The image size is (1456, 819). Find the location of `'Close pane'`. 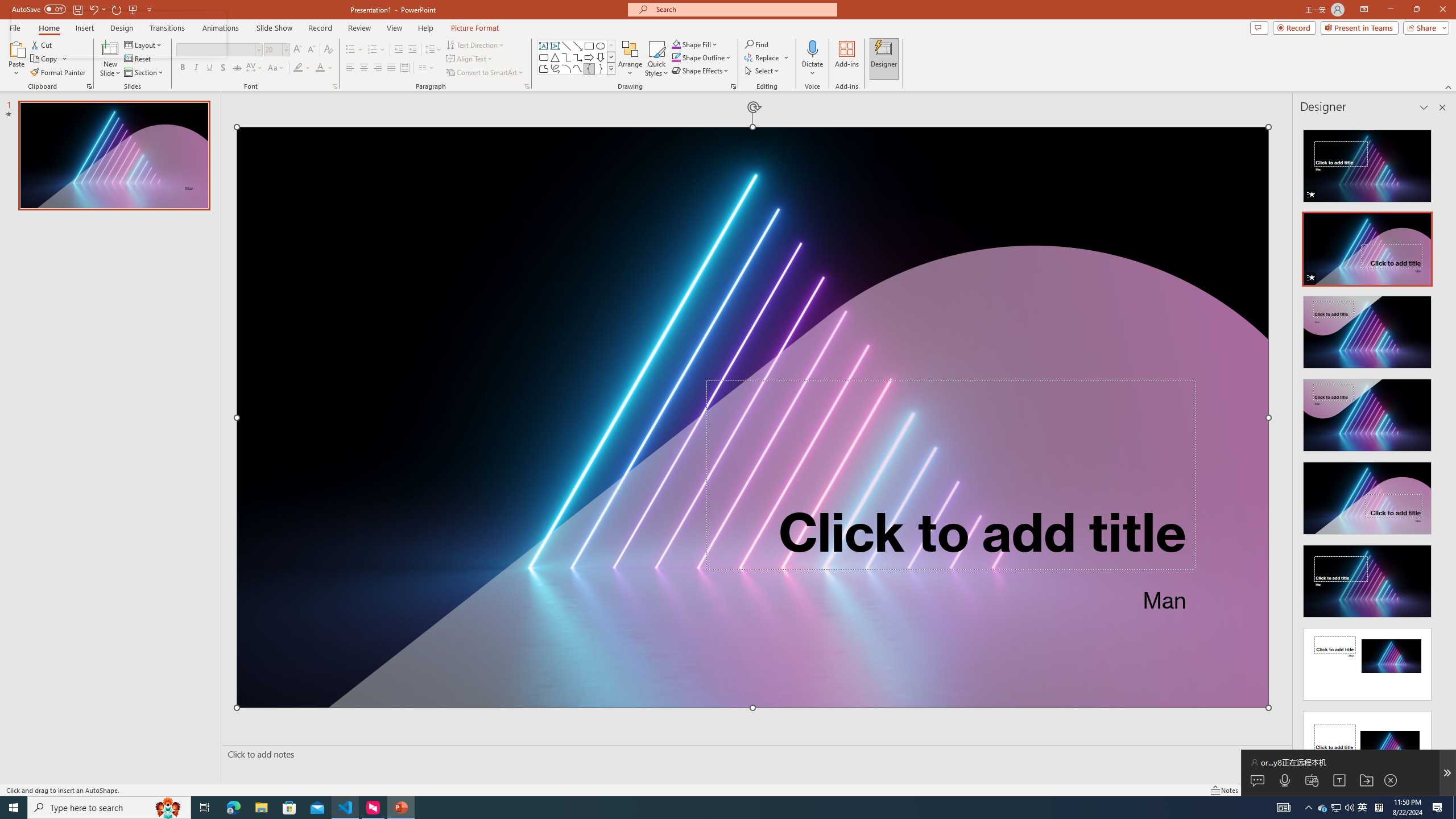

'Close pane' is located at coordinates (1442, 107).